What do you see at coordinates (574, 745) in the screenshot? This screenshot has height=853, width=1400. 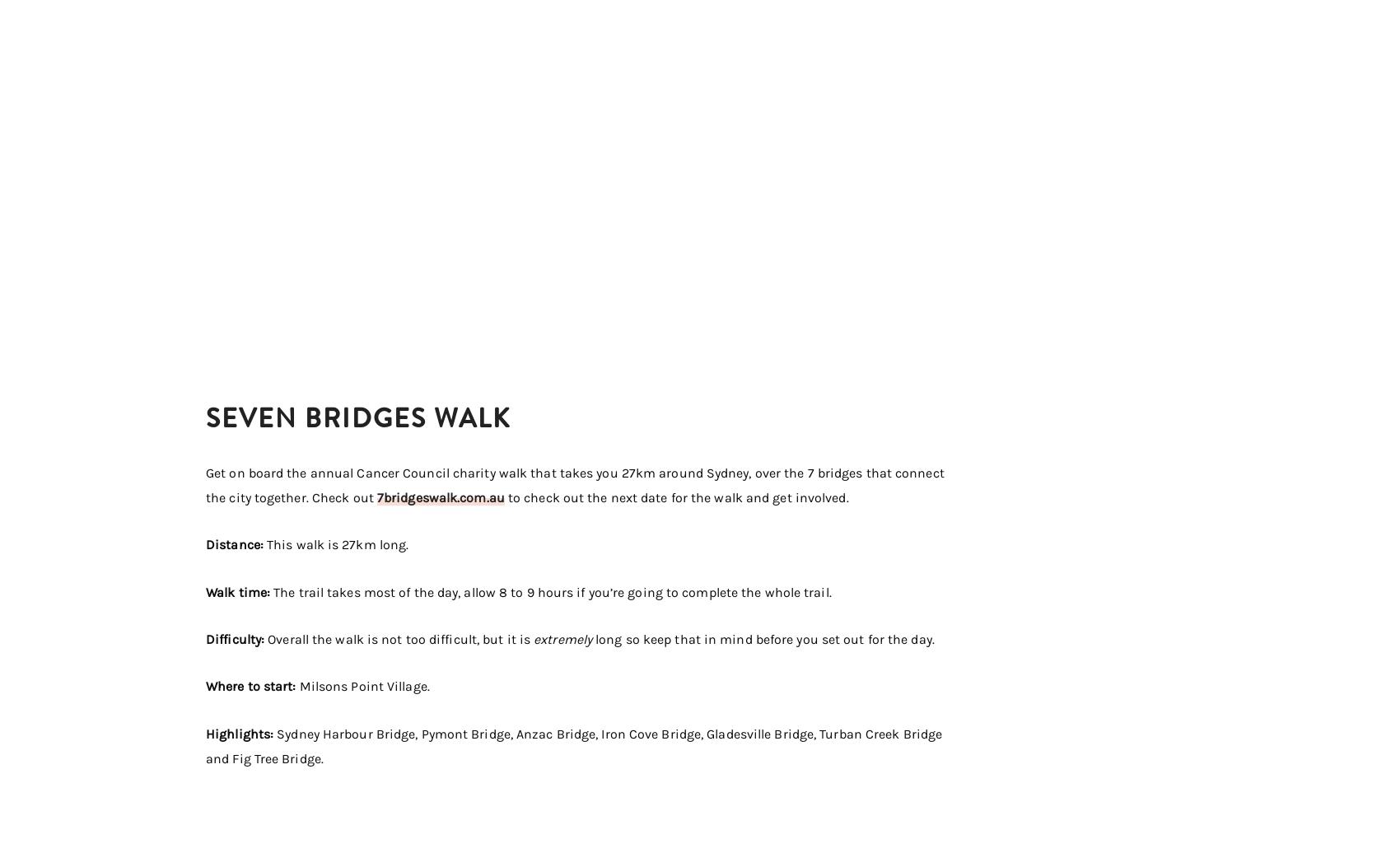 I see `'Sydney Harbour Bridge, Pymont Bridge, Anzac Bridge, Iron Cove Bridge, Gladesville Bridge, Turban Creek Bridge and Fig Tree Bridge.'` at bounding box center [574, 745].